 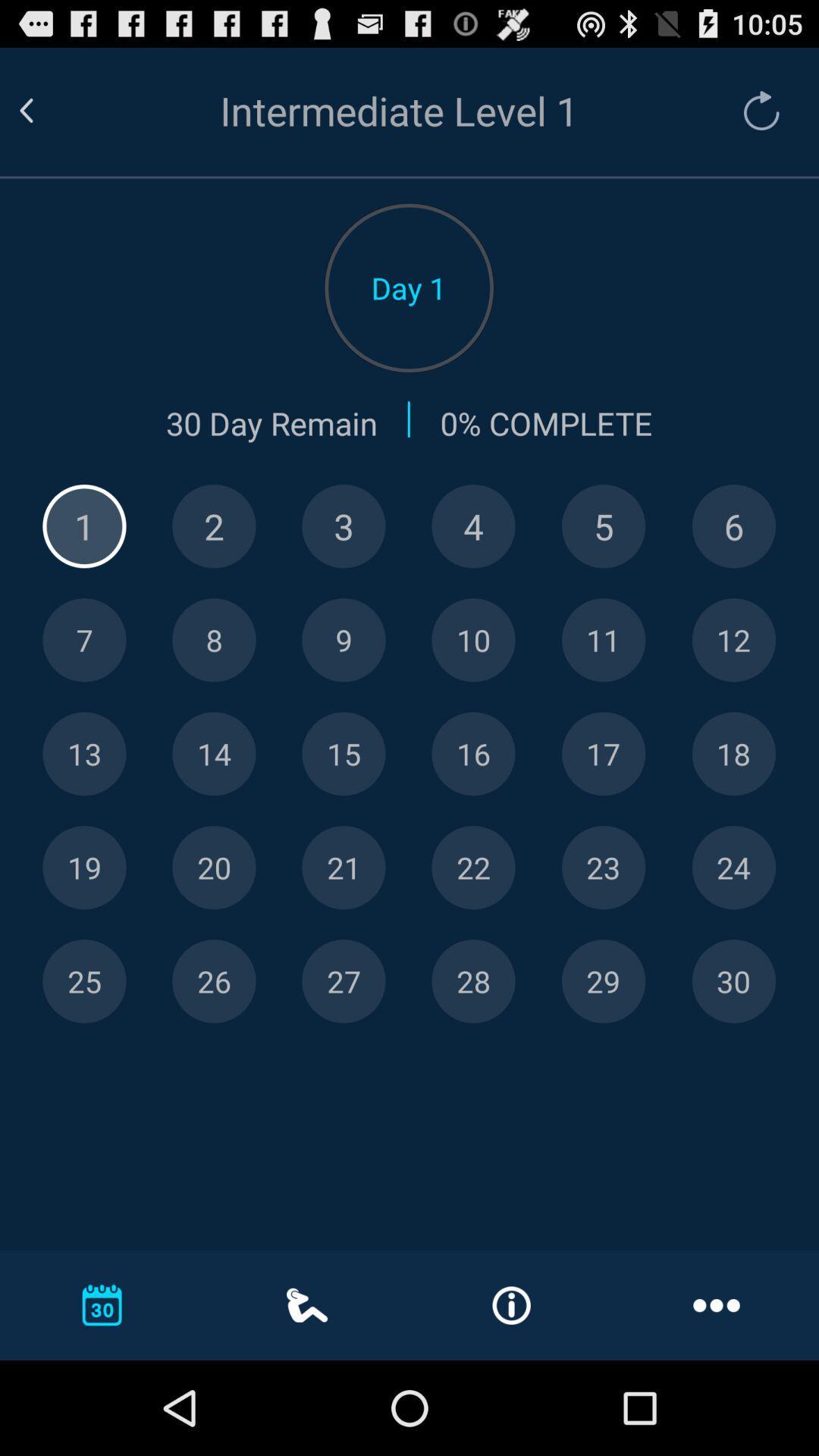 I want to click on number 6, so click(x=733, y=526).